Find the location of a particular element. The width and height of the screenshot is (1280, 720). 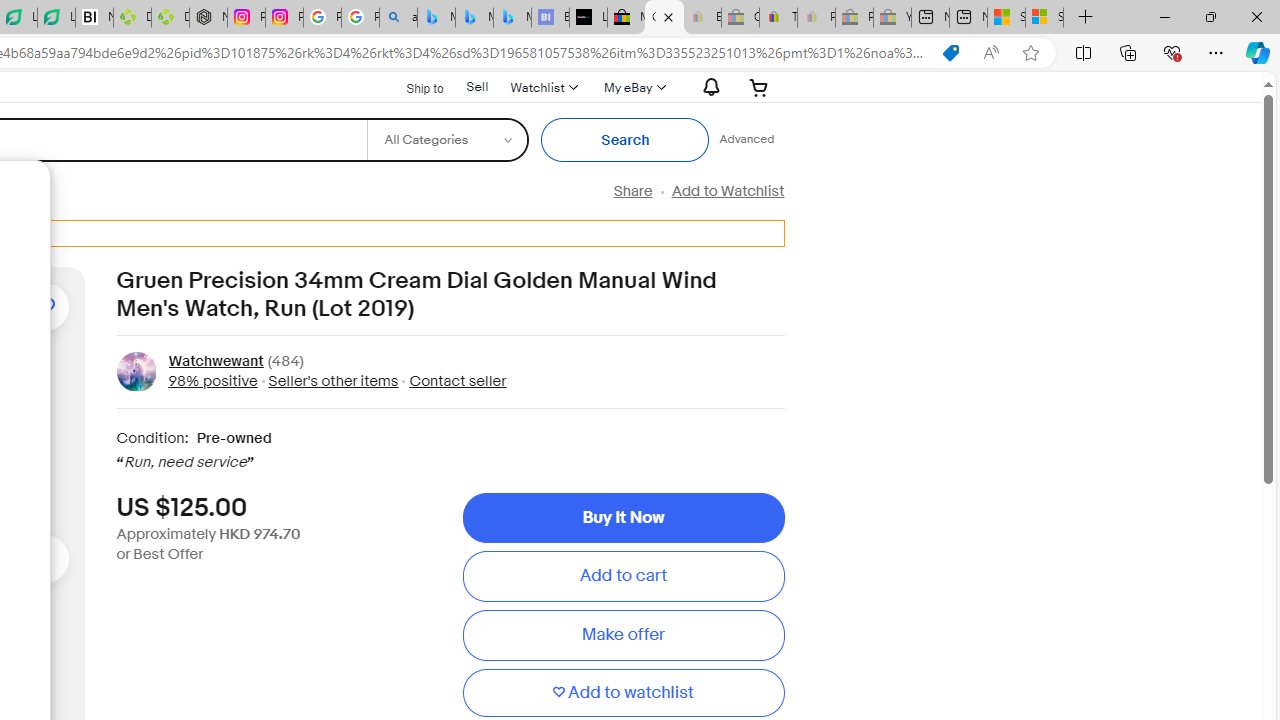

'Make offer' is located at coordinates (622, 635).